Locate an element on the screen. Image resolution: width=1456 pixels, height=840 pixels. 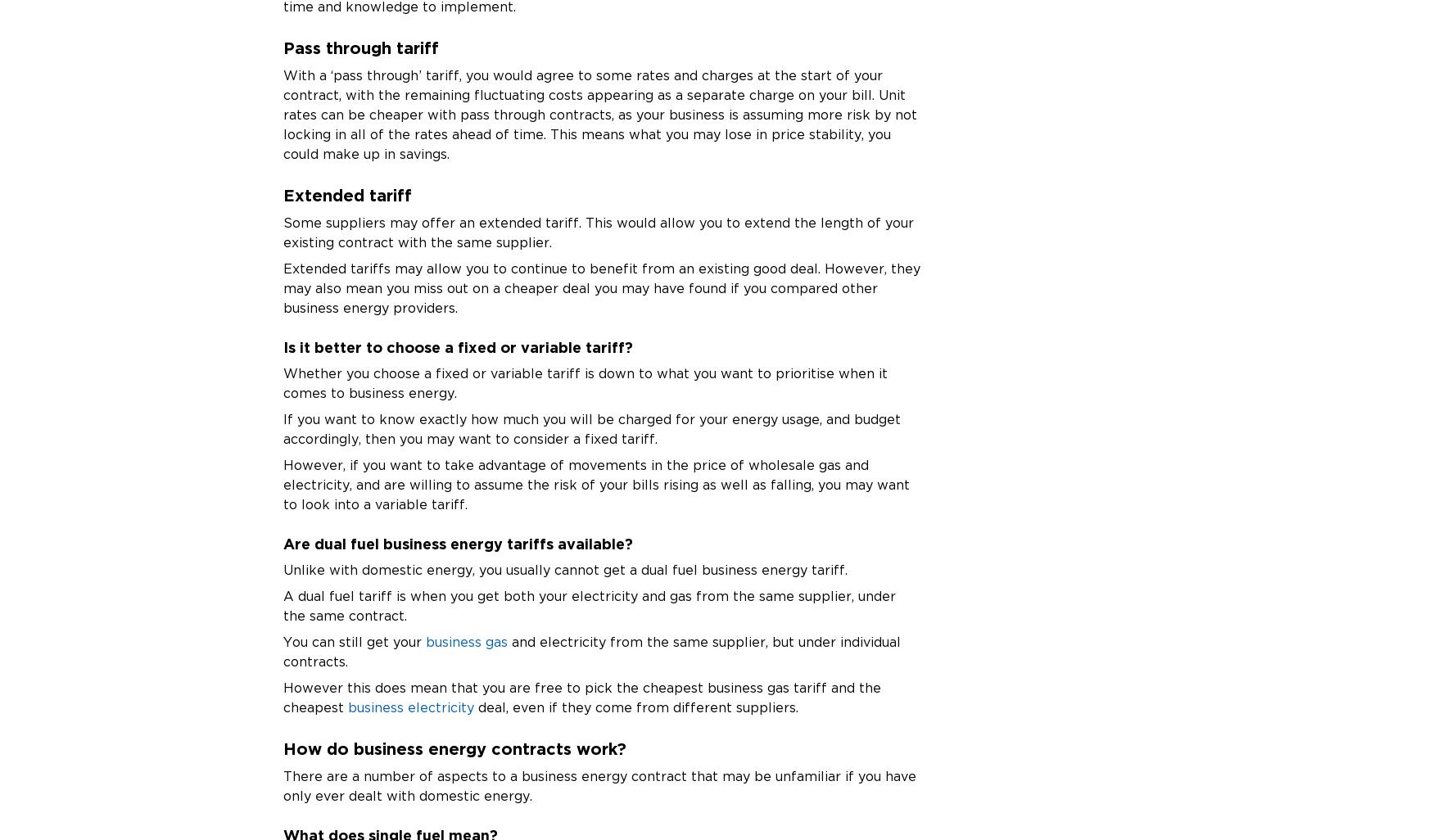
'Some suppliers may offer an extended tariff. This would allow you to extend the length of your existing contract with the same supplier.' is located at coordinates (597, 231).